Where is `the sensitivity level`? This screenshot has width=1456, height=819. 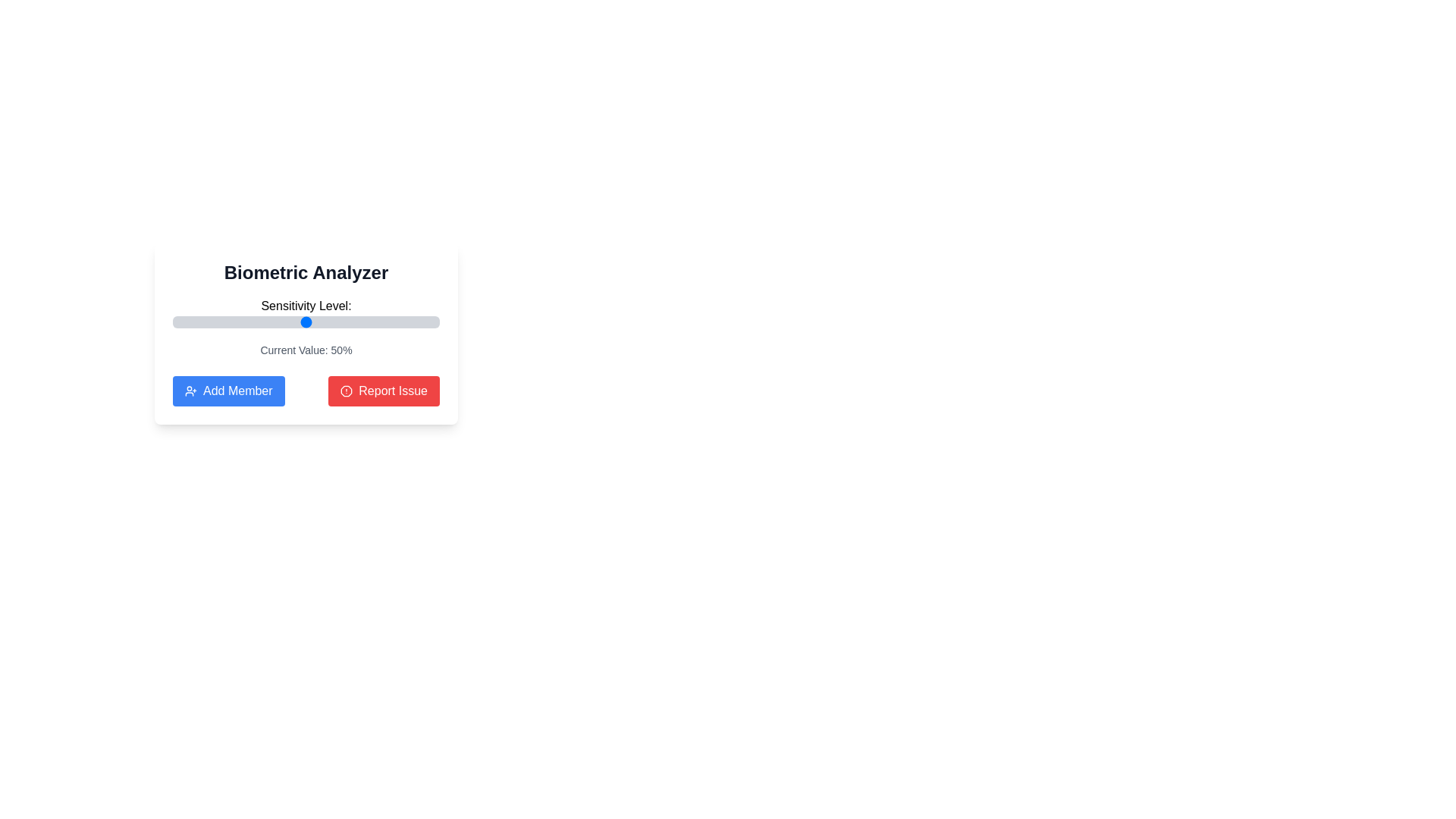
the sensitivity level is located at coordinates (215, 321).